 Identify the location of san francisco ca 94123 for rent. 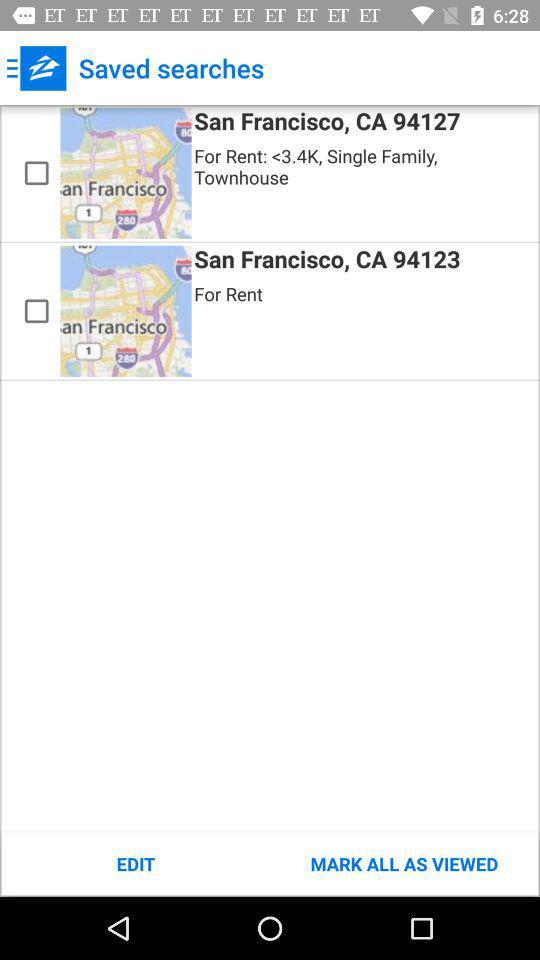
(36, 311).